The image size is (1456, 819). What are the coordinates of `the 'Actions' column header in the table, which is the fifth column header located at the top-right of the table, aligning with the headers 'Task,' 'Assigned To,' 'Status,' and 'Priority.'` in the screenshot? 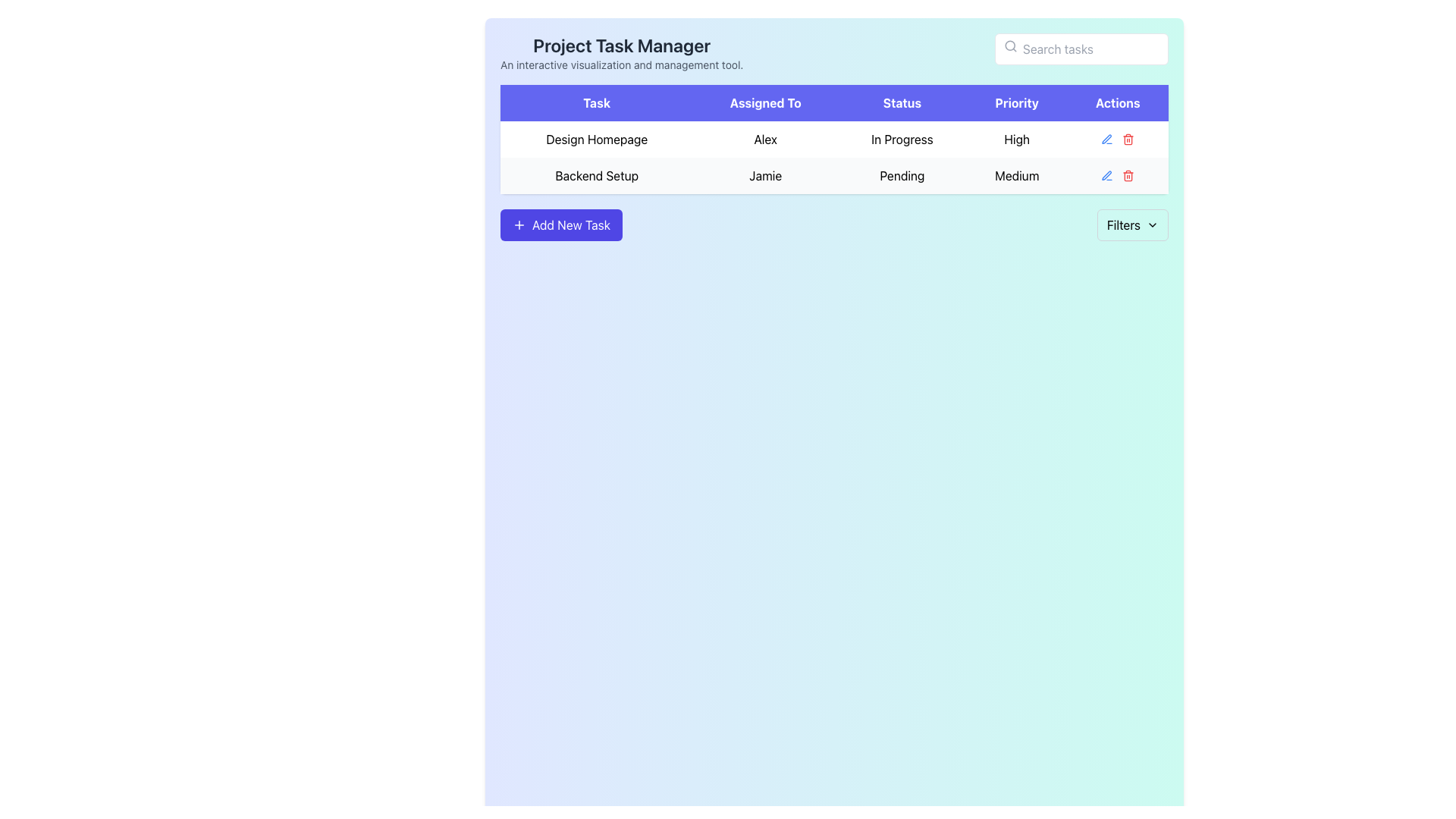 It's located at (1118, 102).